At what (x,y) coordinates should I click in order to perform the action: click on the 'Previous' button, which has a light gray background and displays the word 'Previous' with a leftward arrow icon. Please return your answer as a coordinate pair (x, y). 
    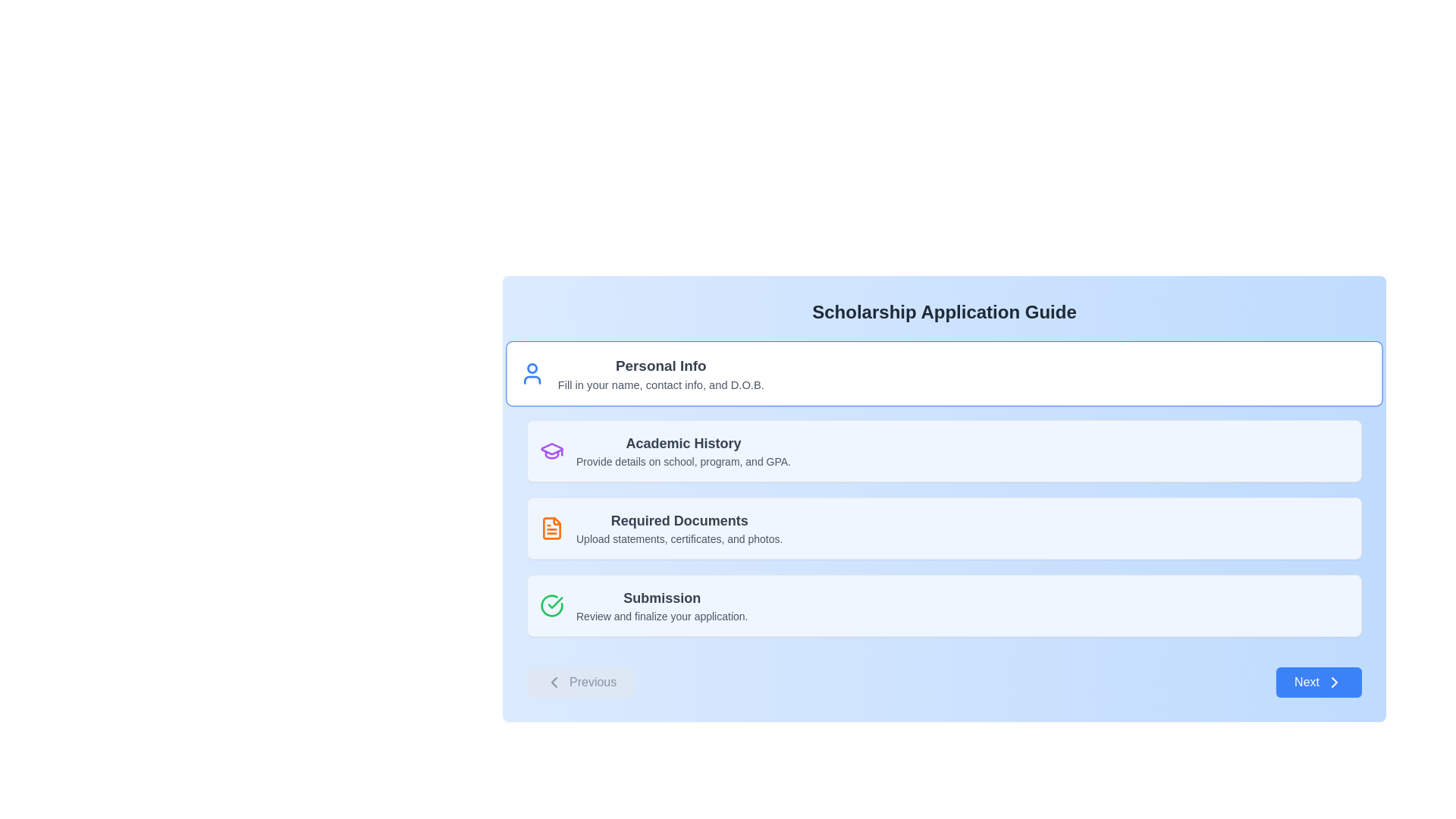
    Looking at the image, I should click on (580, 681).